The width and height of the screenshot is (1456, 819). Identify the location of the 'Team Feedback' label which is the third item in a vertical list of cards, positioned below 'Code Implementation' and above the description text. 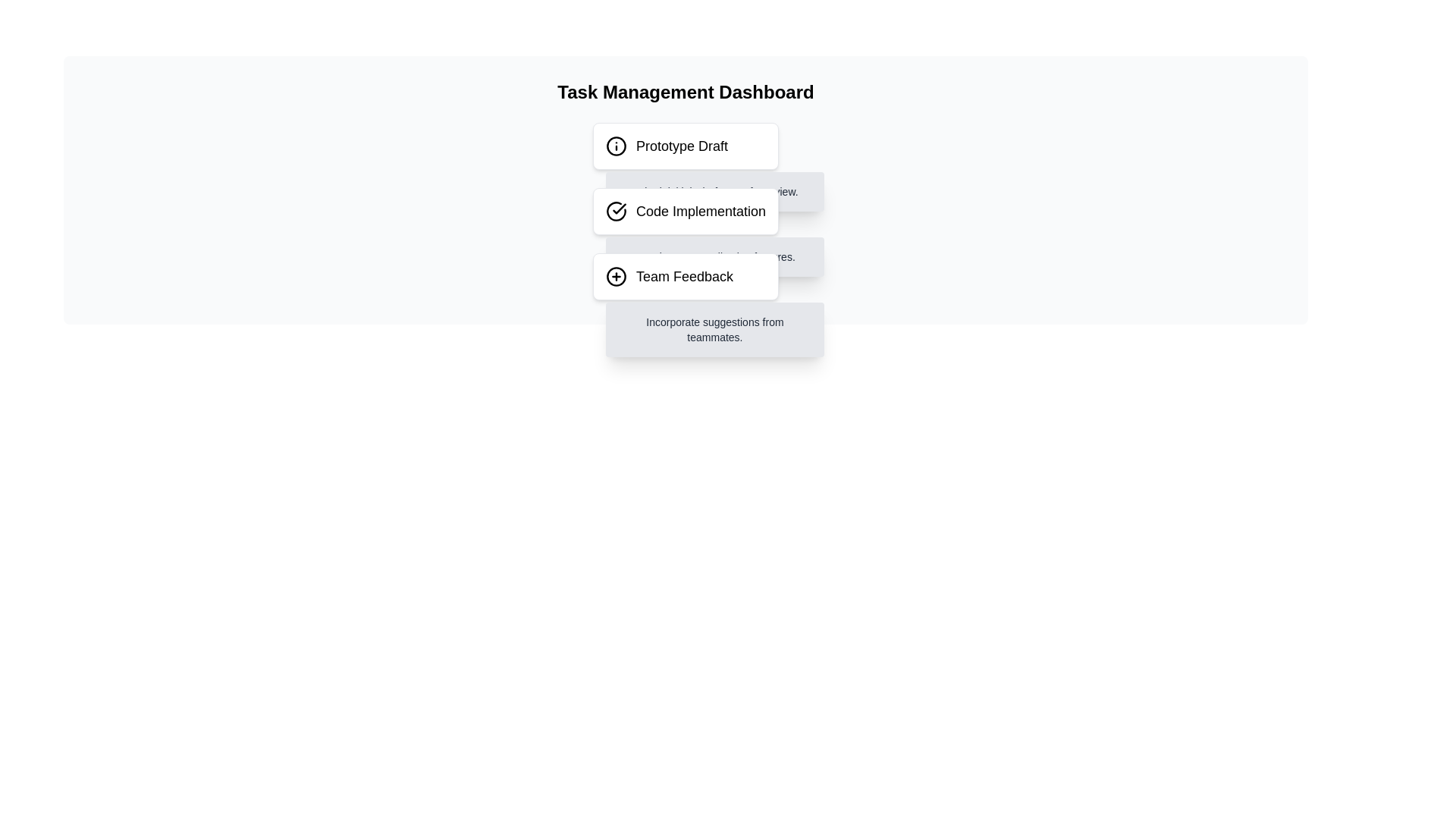
(685, 277).